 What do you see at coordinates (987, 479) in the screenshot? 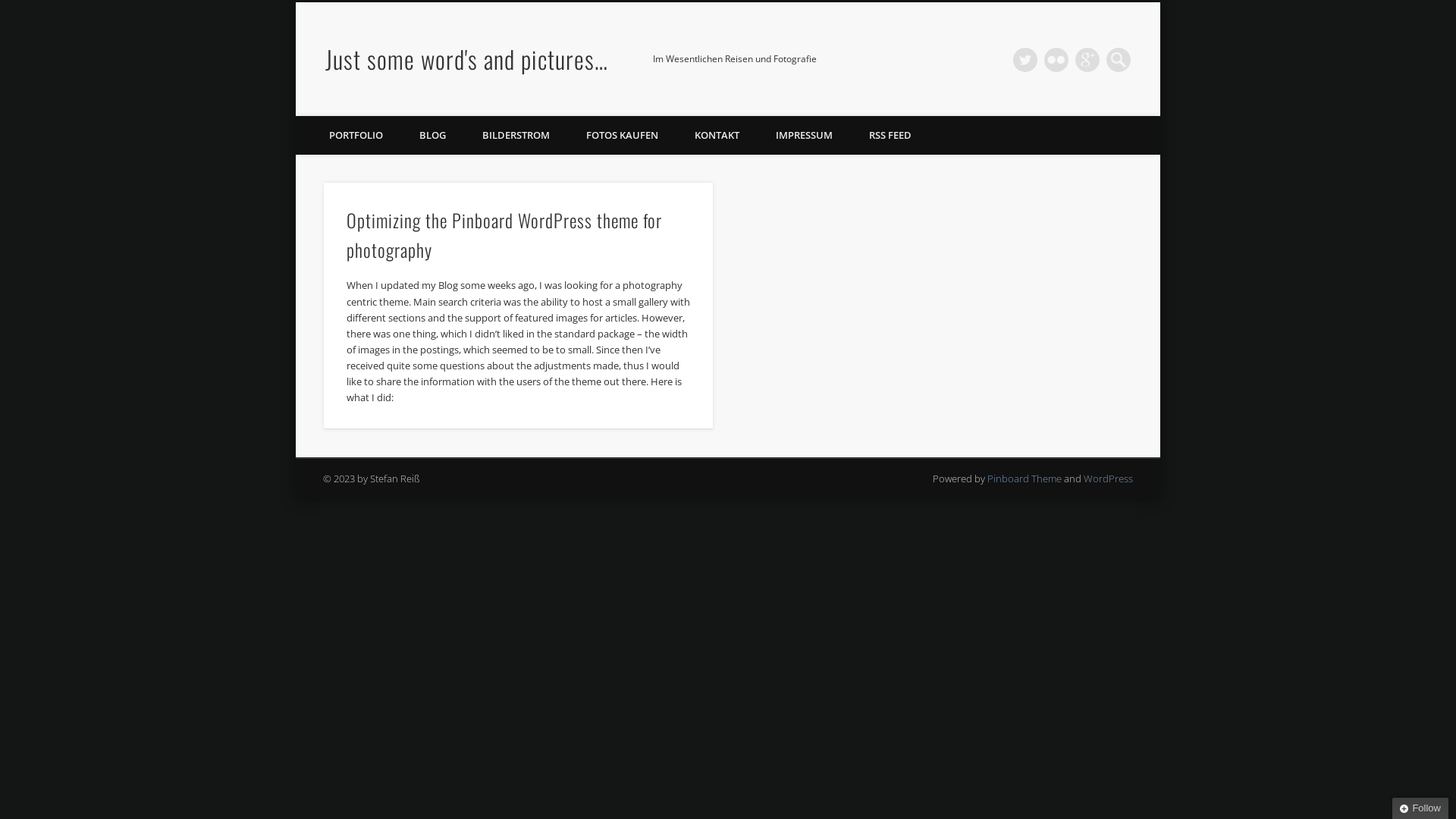
I see `'Pinboard Theme'` at bounding box center [987, 479].